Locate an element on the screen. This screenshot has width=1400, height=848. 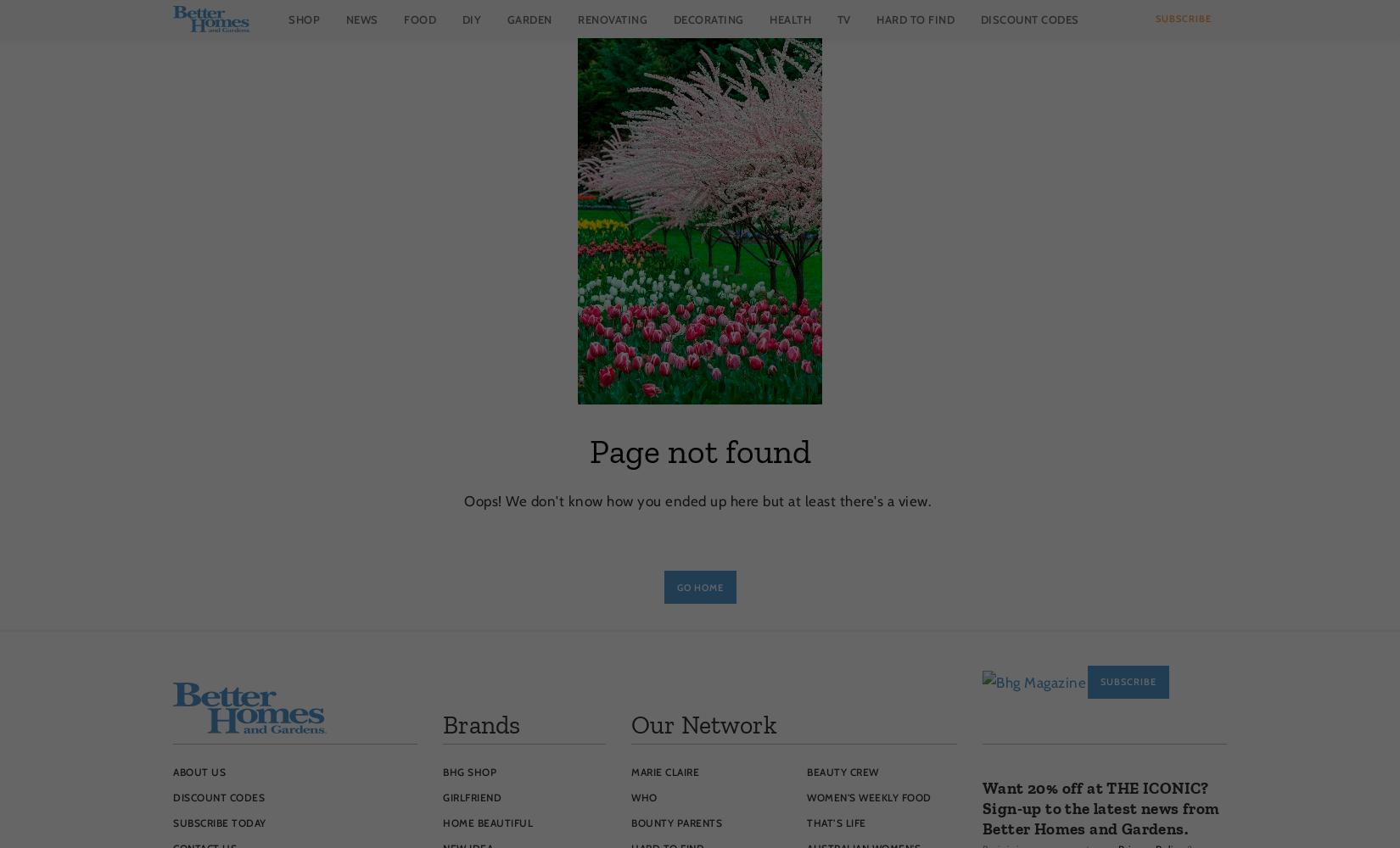
'Thanks!' is located at coordinates (1103, 816).